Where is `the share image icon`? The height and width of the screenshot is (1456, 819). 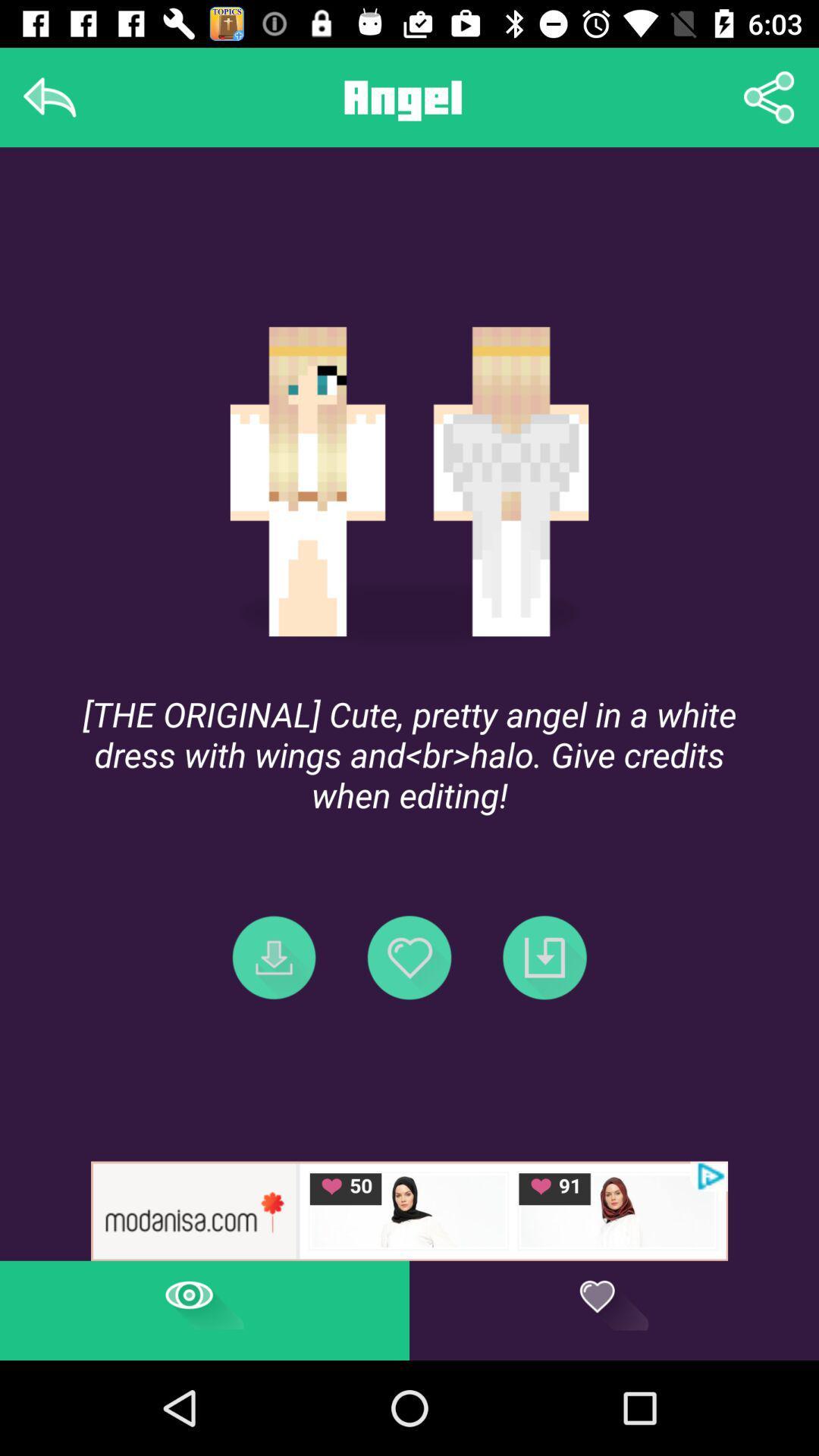 the share image icon is located at coordinates (769, 96).